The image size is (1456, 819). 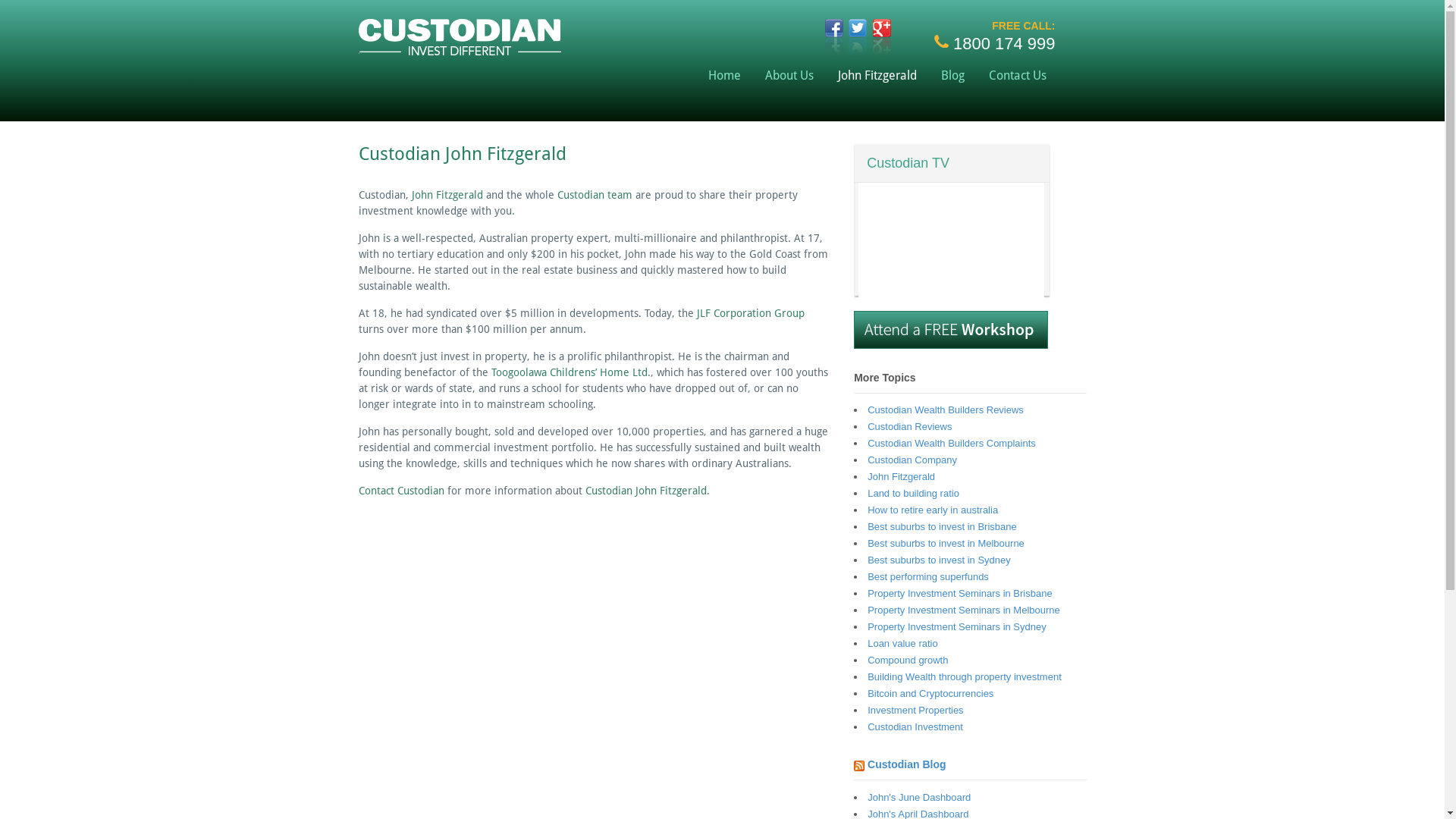 I want to click on 'Bitcoin and Cryptocurrencies', so click(x=867, y=693).